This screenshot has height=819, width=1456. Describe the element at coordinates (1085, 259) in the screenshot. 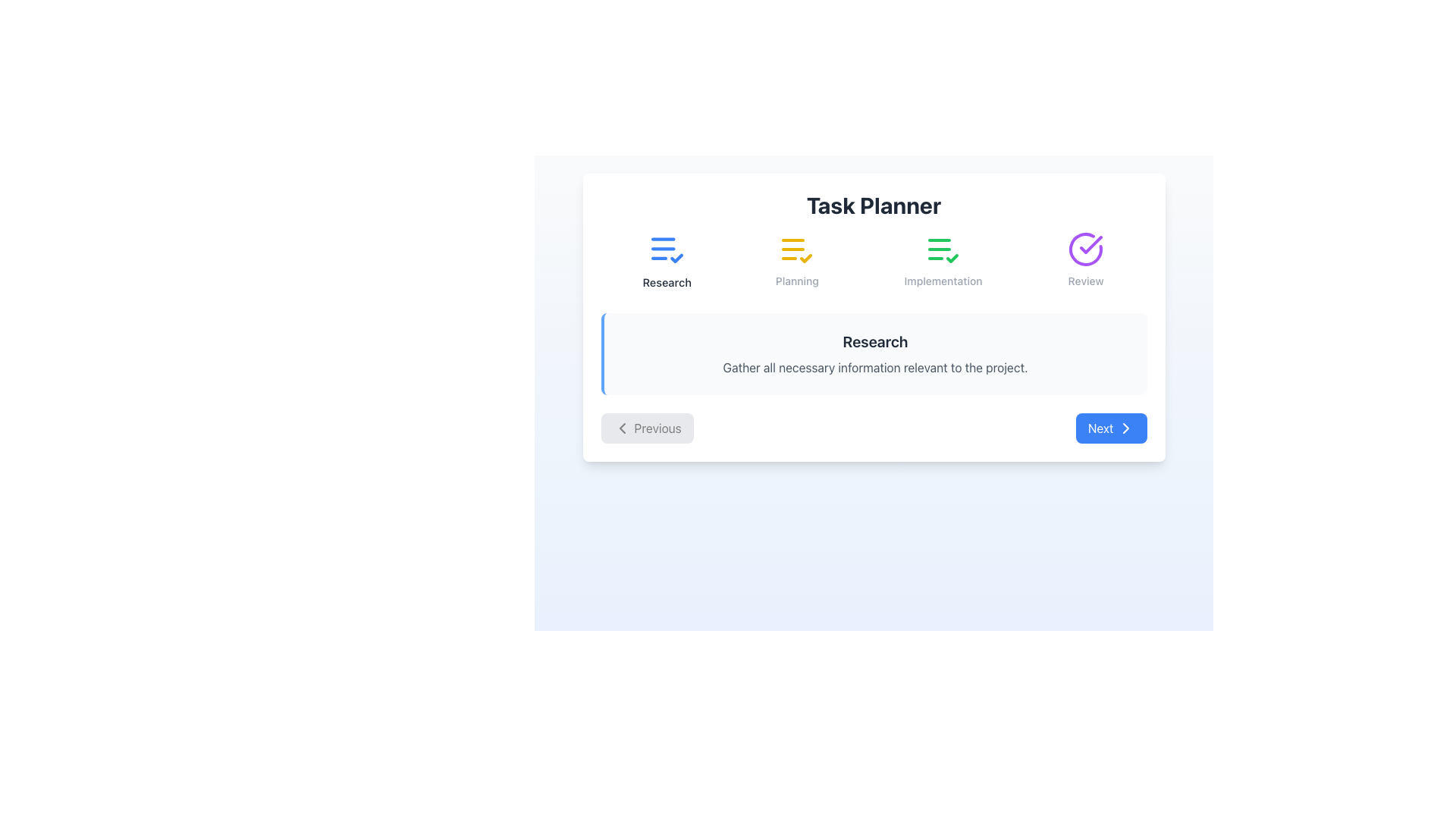

I see `the 'Review' status indicator, the fourth item in a horizontal group of labeled icons within the header section of the interface` at that location.